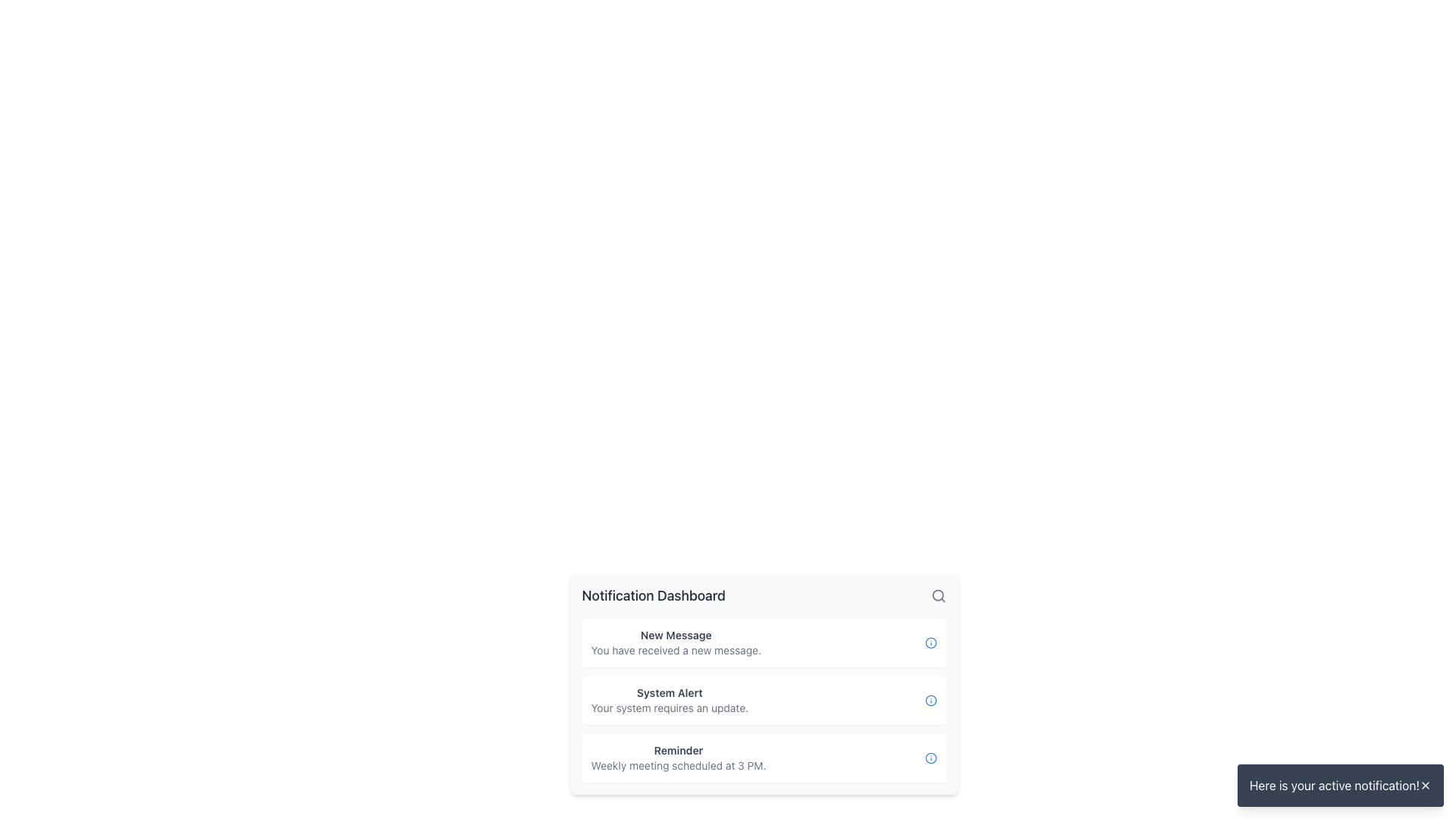 The height and width of the screenshot is (819, 1456). I want to click on the circular icon with a blue border and white fill, which is the central component of the information symbol located at the end of the 'System Alert' notification row in the 'Notification Dashboard', so click(930, 701).